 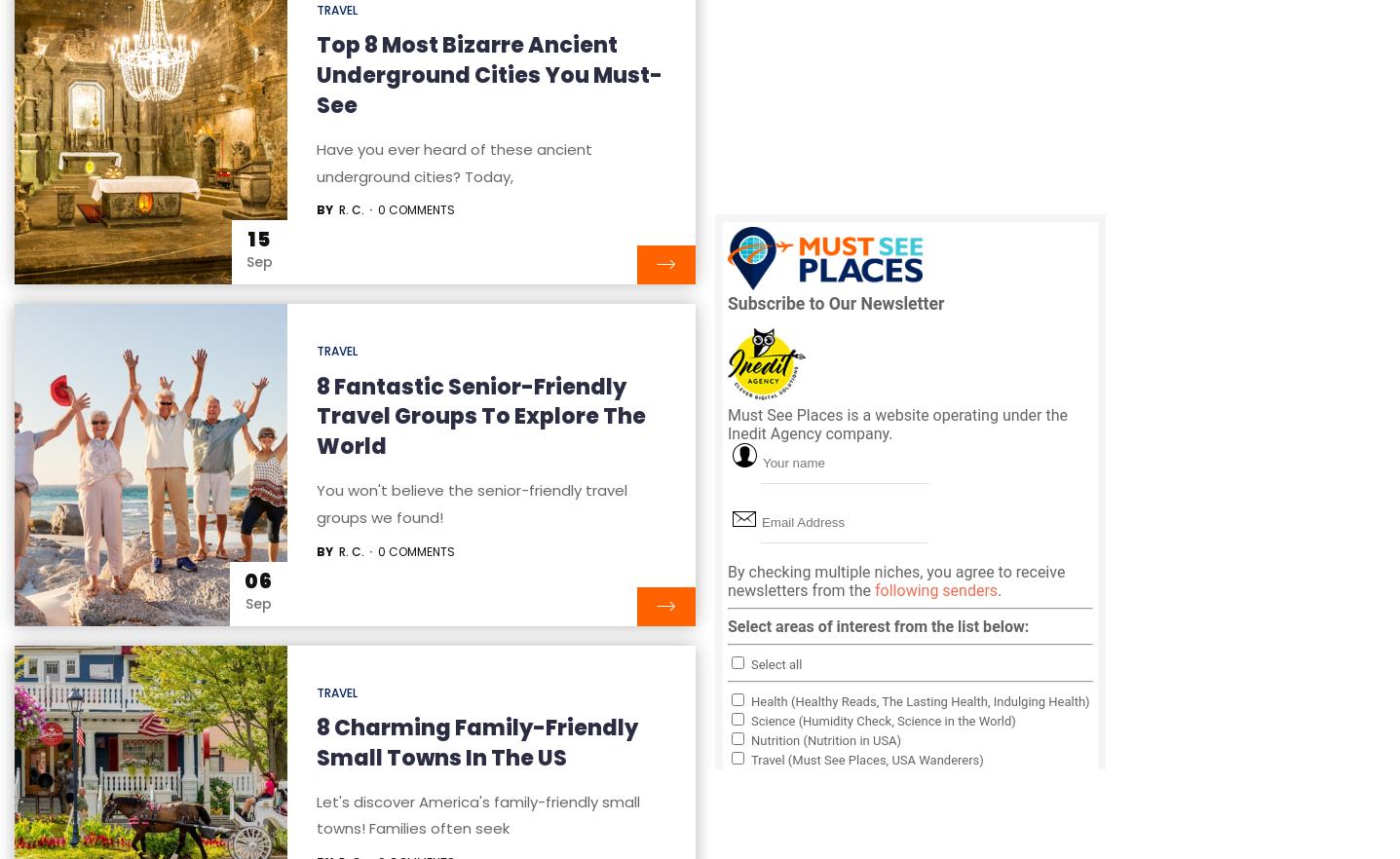 I want to click on 'Have you ever heard of these ancient underground cities? Today,', so click(x=453, y=161).